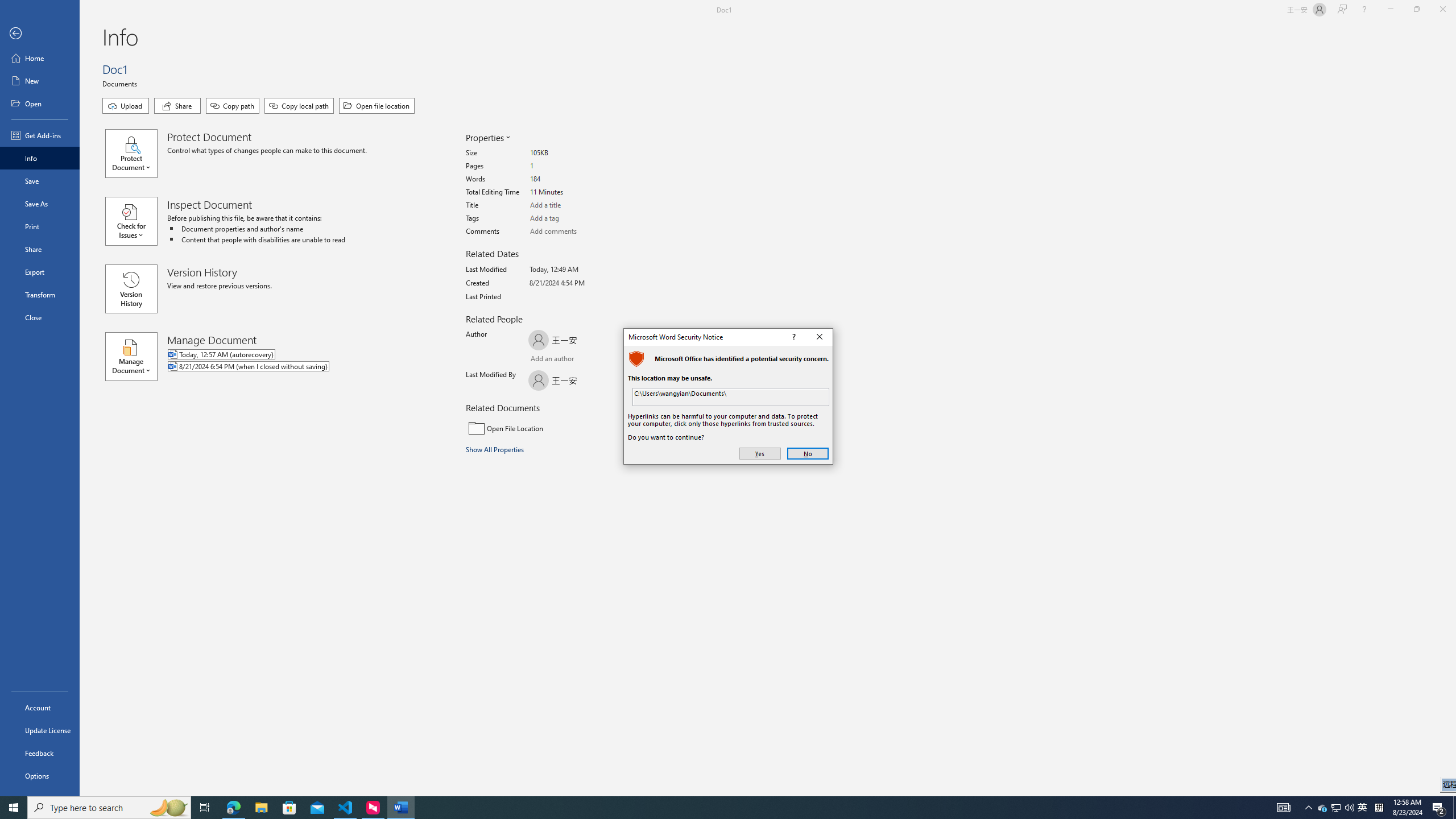 The image size is (1456, 819). Describe the element at coordinates (39, 708) in the screenshot. I see `'Account'` at that location.